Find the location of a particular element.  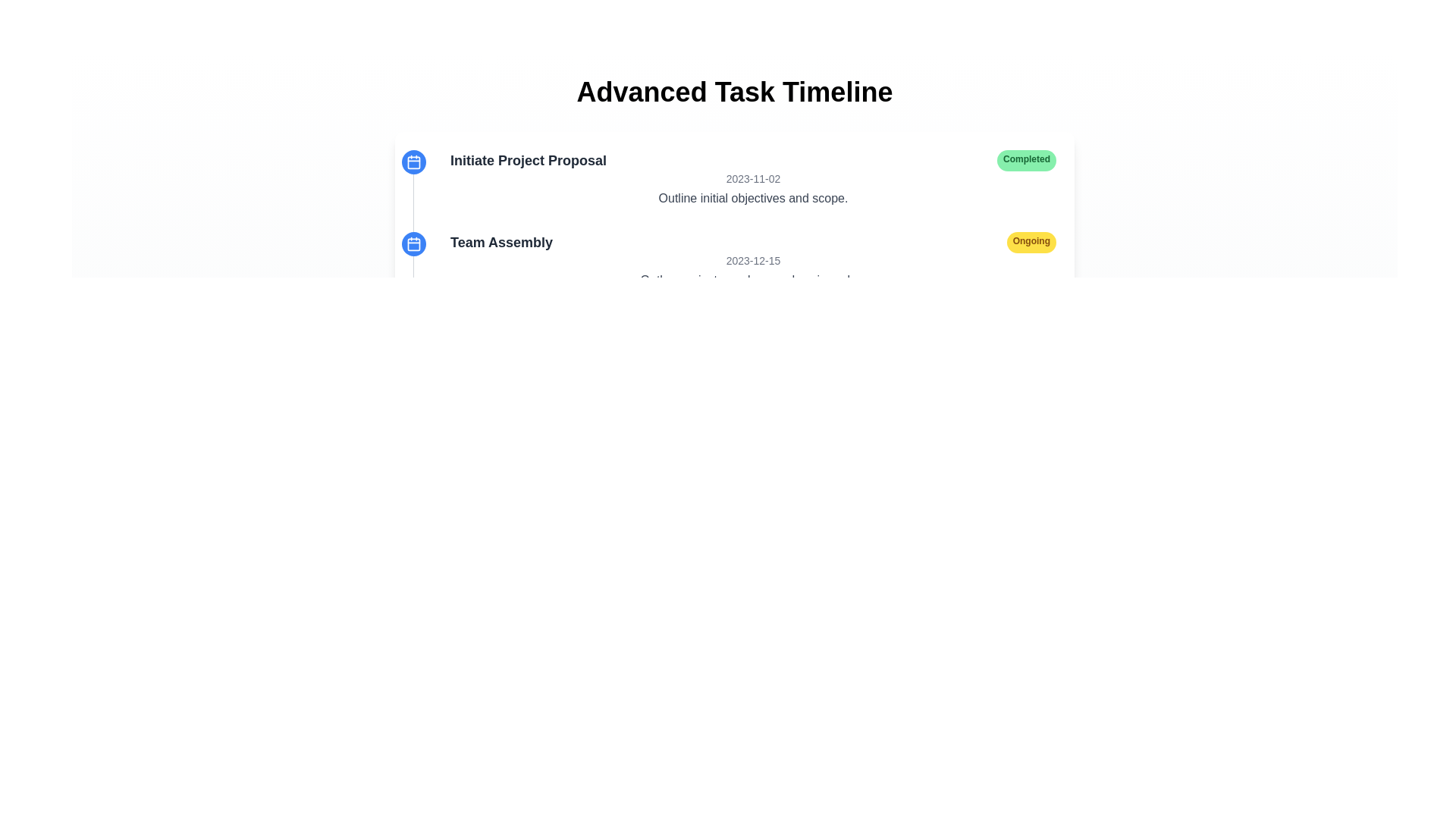

the first calendar icon with a blue circular background located to the left of the text 'Initiate Project Proposal' in the timeline interface is located at coordinates (414, 162).